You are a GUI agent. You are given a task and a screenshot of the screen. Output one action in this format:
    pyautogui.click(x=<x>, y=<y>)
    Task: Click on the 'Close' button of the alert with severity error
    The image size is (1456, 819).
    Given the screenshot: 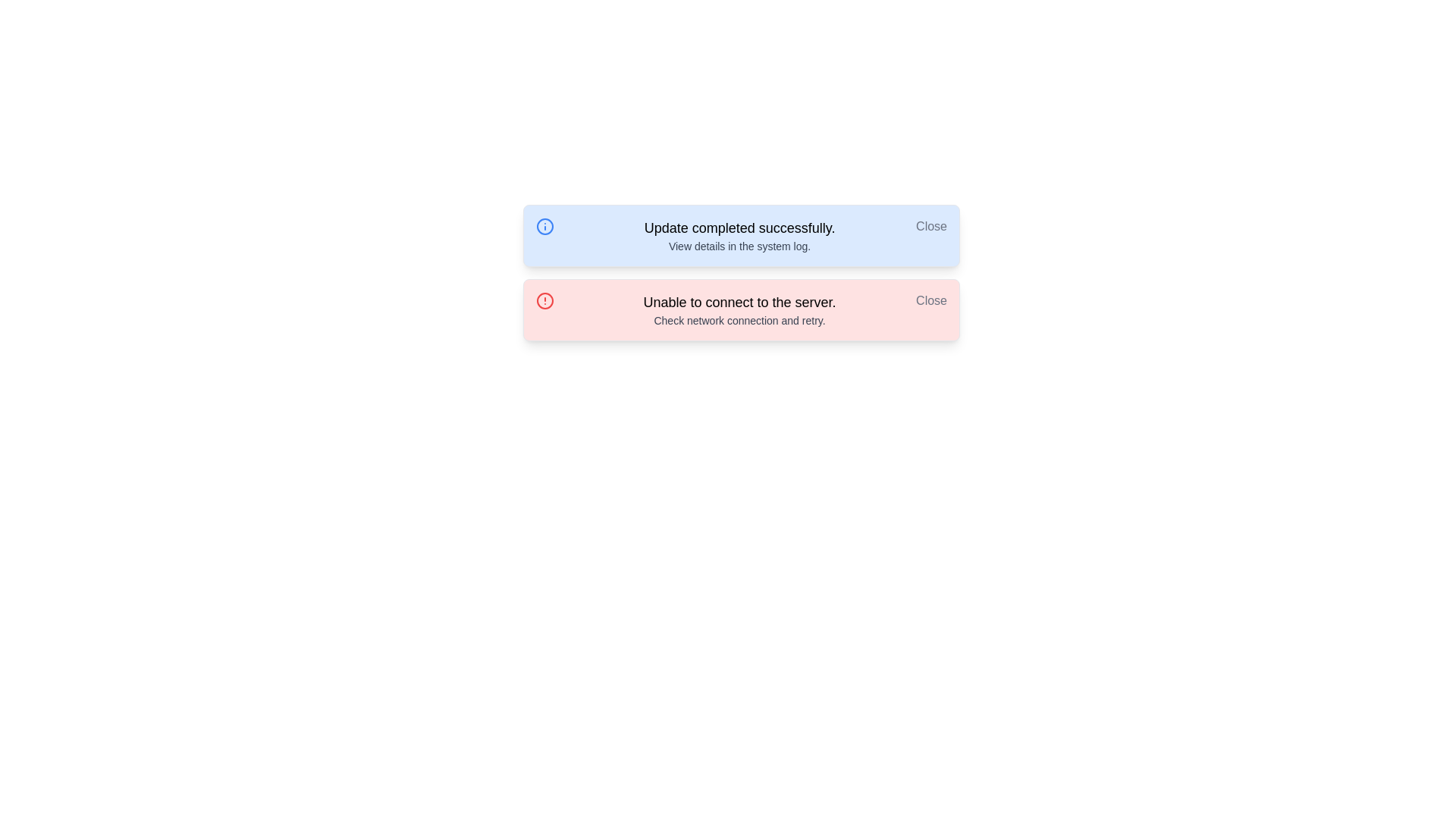 What is the action you would take?
    pyautogui.click(x=930, y=301)
    